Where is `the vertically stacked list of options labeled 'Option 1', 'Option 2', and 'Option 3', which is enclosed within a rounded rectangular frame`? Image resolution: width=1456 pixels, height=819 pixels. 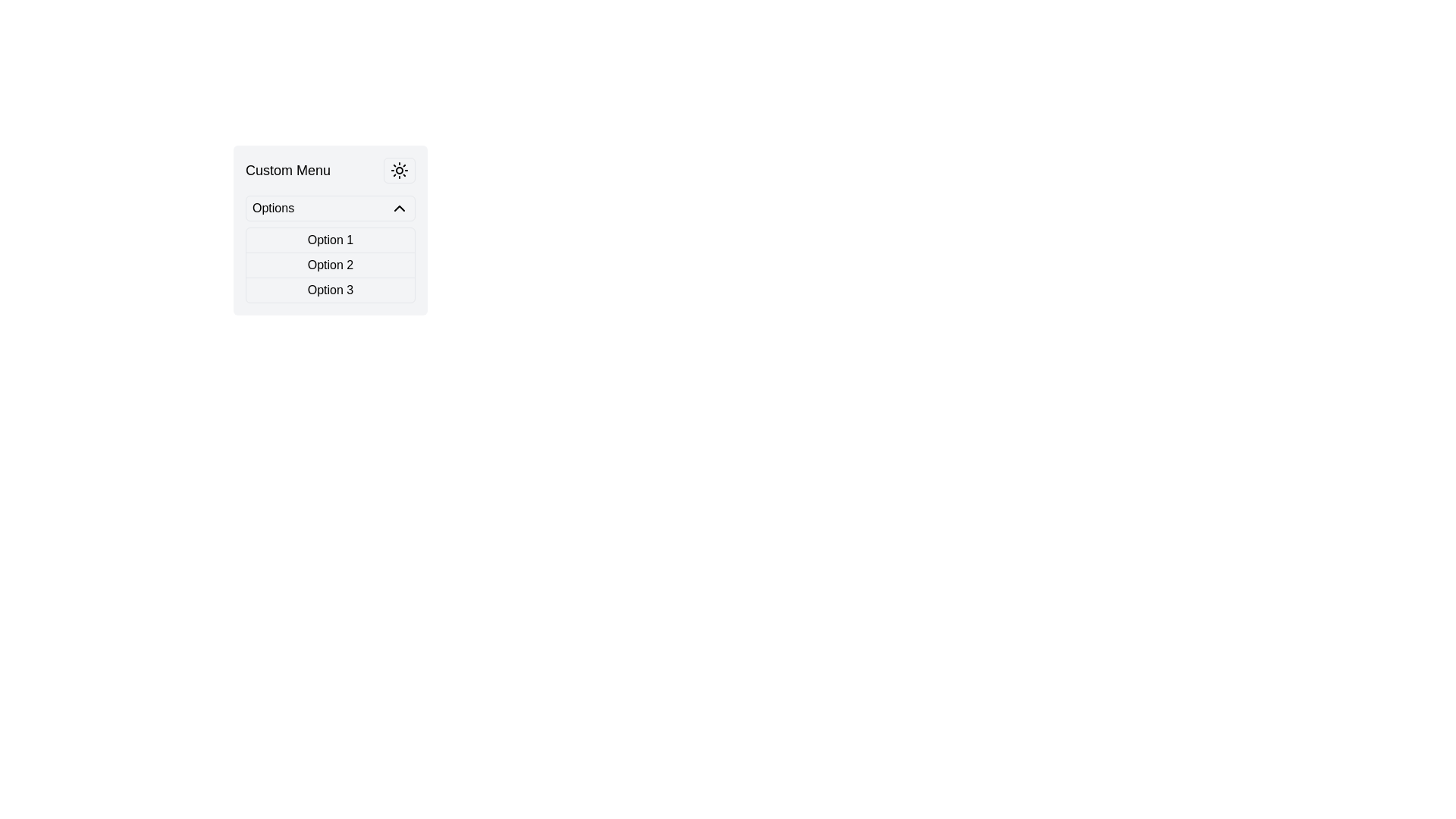
the vertically stacked list of options labeled 'Option 1', 'Option 2', and 'Option 3', which is enclosed within a rounded rectangular frame is located at coordinates (330, 265).